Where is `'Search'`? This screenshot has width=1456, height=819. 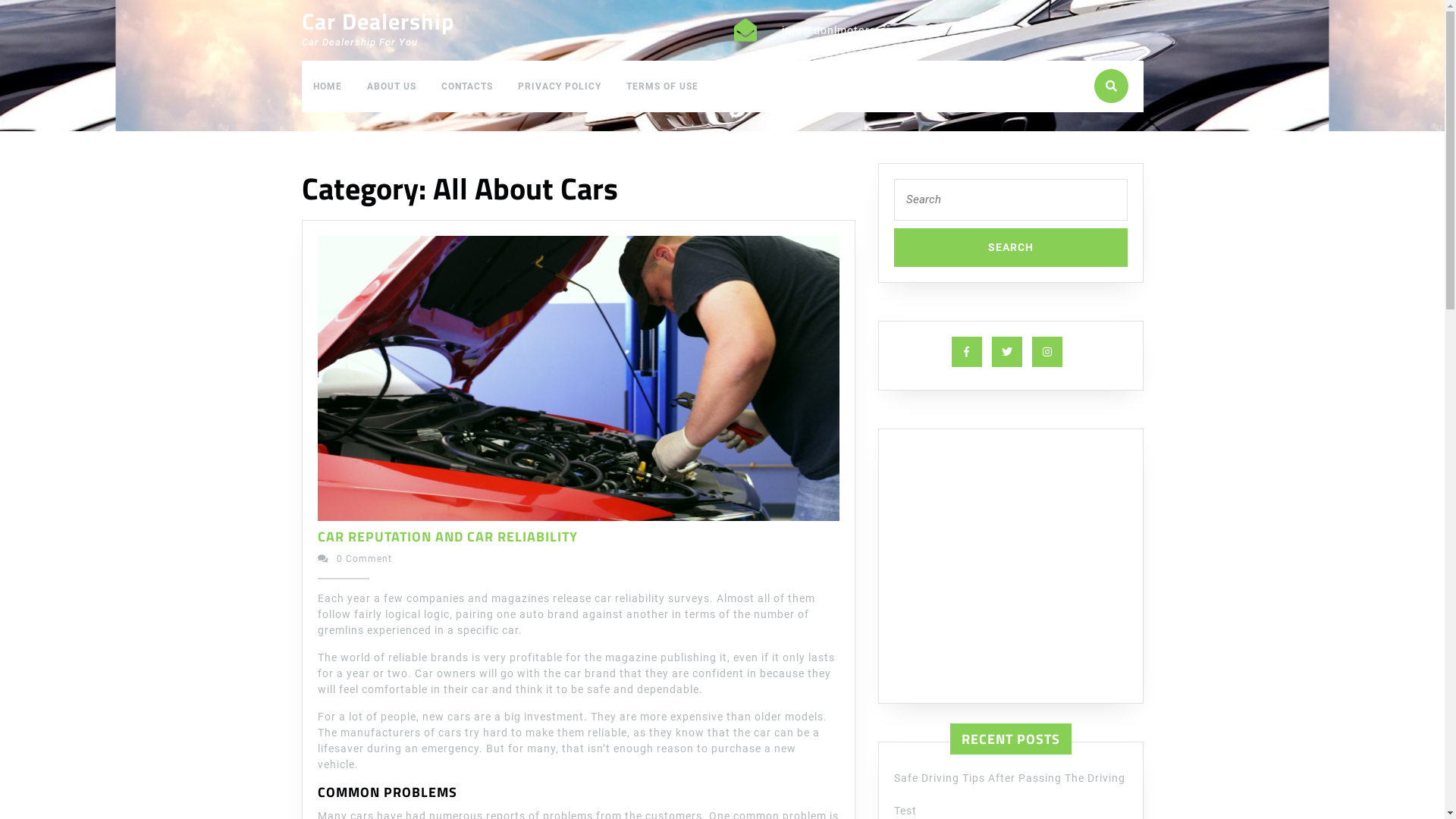
'Search' is located at coordinates (1009, 246).